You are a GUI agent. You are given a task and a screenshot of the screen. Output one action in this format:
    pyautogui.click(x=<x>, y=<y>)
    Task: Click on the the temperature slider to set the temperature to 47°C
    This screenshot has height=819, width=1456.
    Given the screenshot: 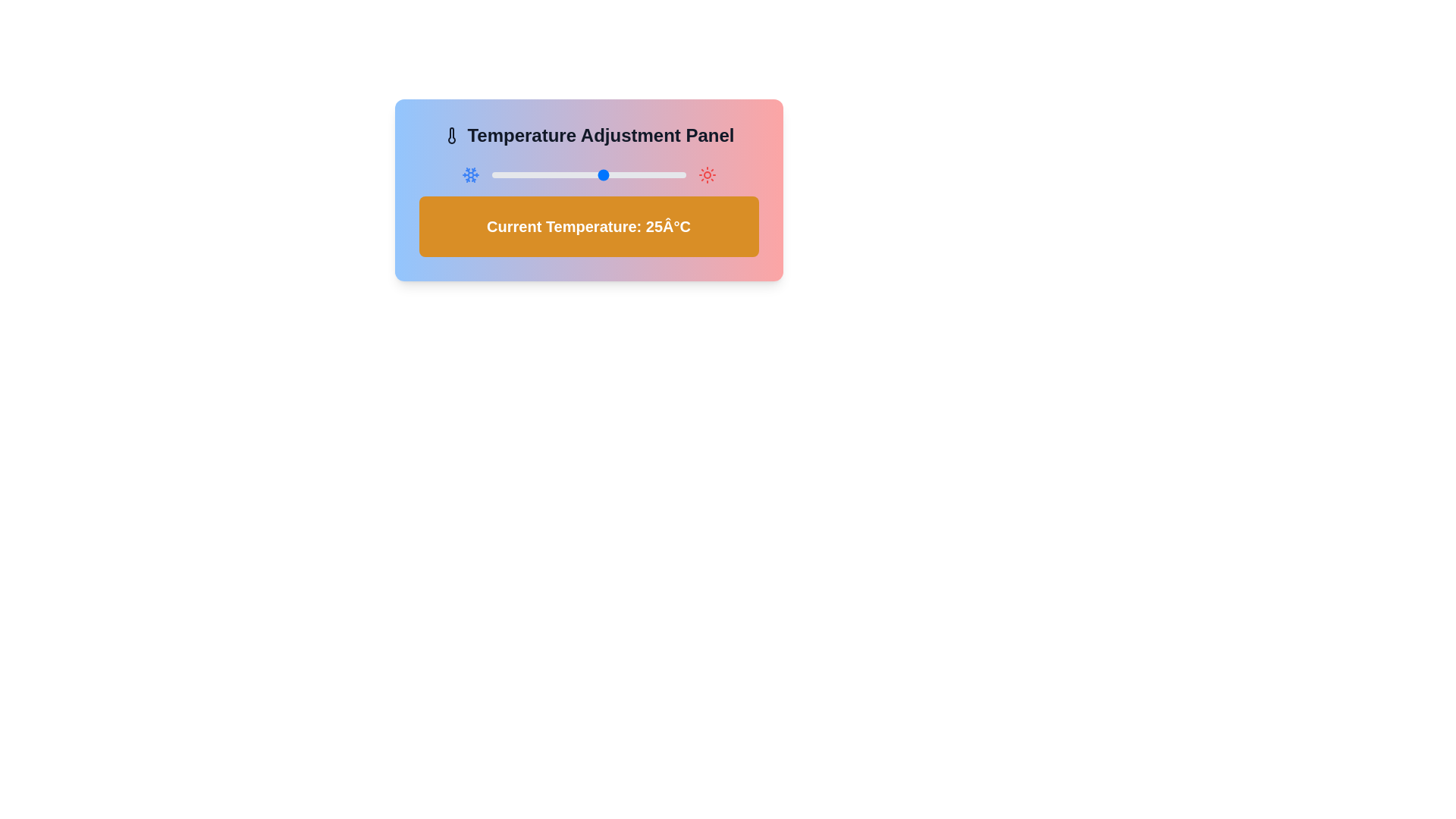 What is the action you would take?
    pyautogui.click(x=675, y=174)
    